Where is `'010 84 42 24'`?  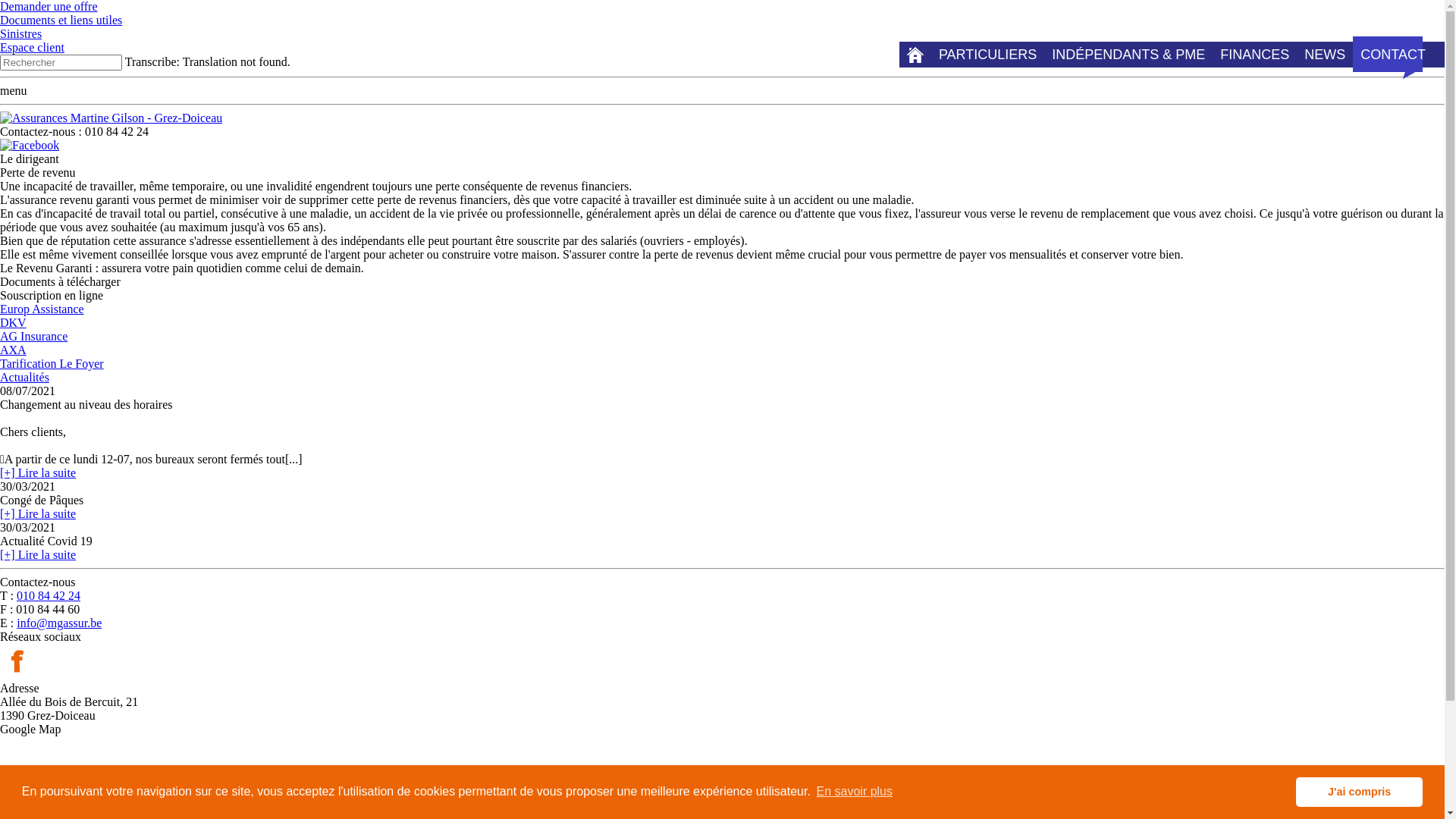 '010 84 42 24' is located at coordinates (48, 595).